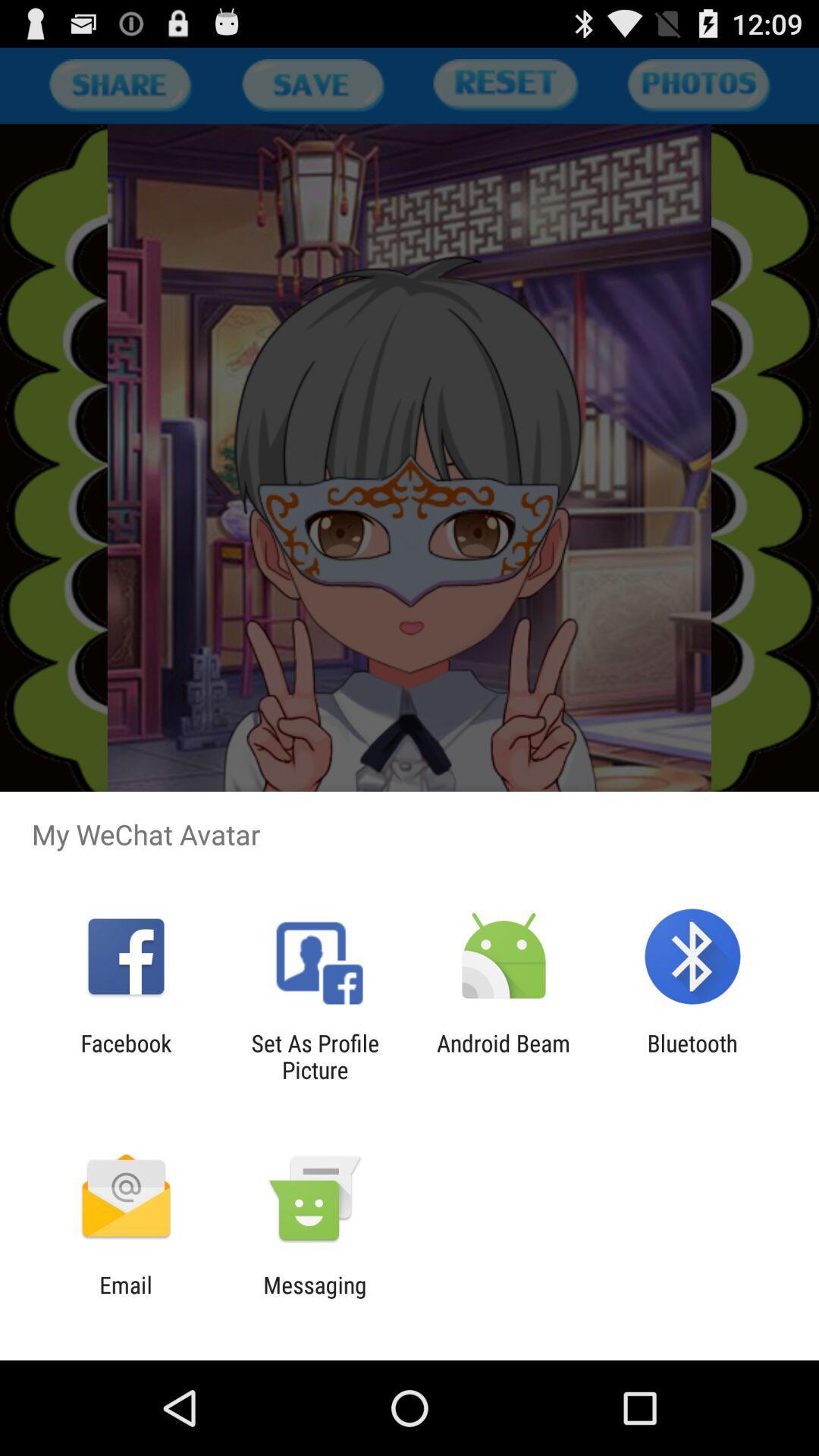 This screenshot has width=819, height=1456. What do you see at coordinates (314, 1298) in the screenshot?
I see `messaging icon` at bounding box center [314, 1298].